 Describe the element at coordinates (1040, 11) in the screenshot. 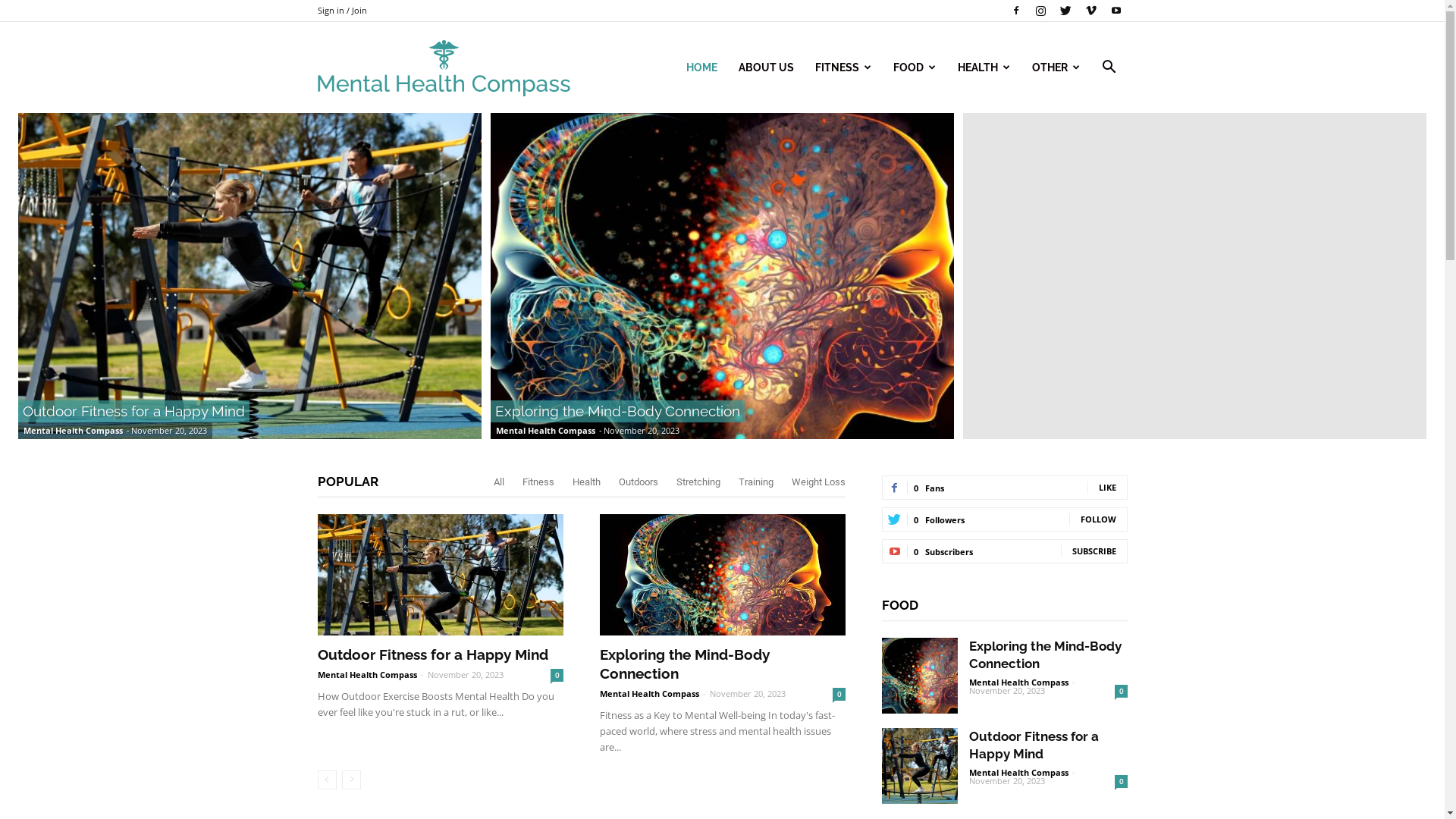

I see `'Instagram'` at that location.